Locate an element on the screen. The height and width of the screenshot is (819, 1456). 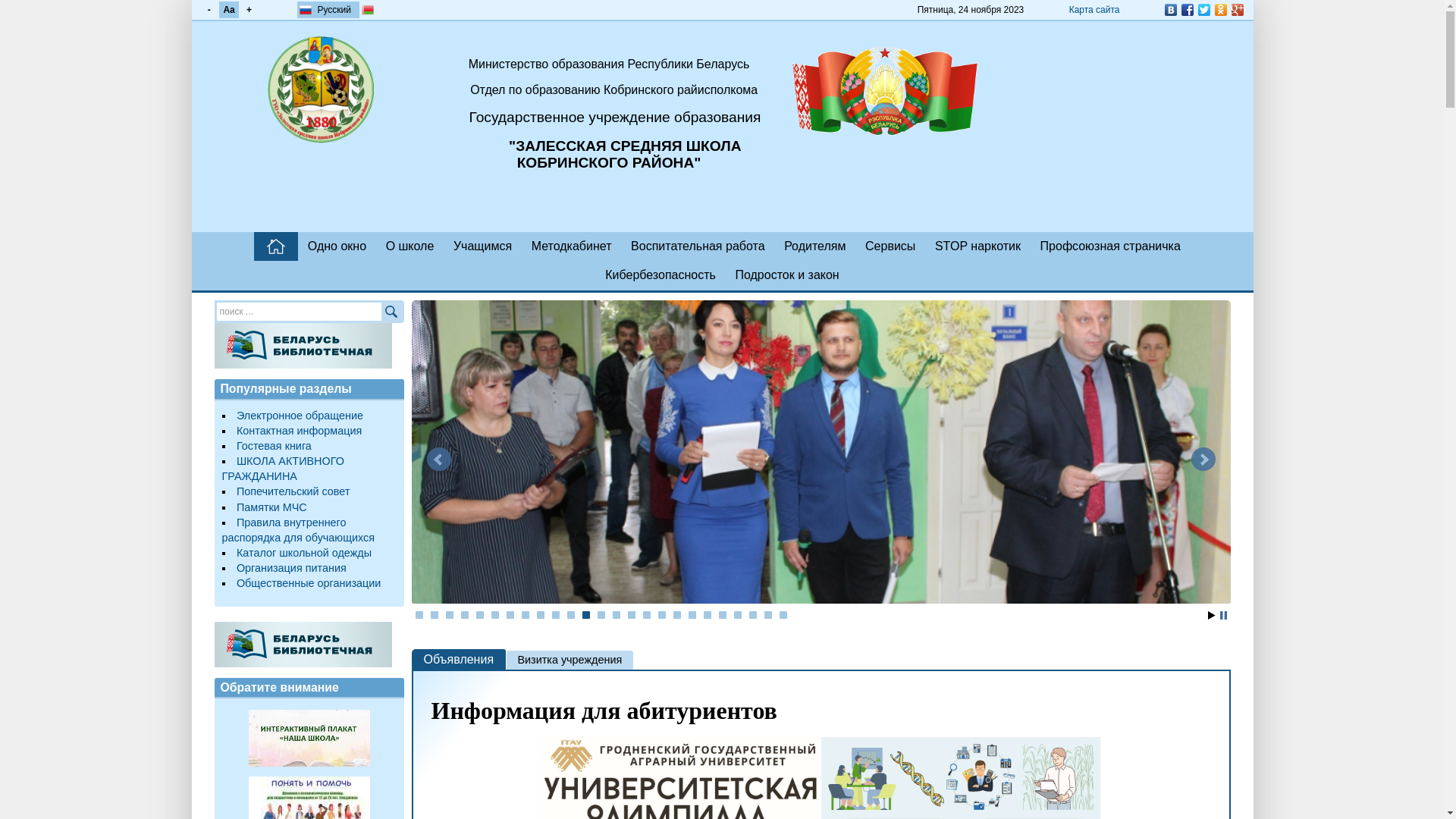
'11' is located at coordinates (570, 614).